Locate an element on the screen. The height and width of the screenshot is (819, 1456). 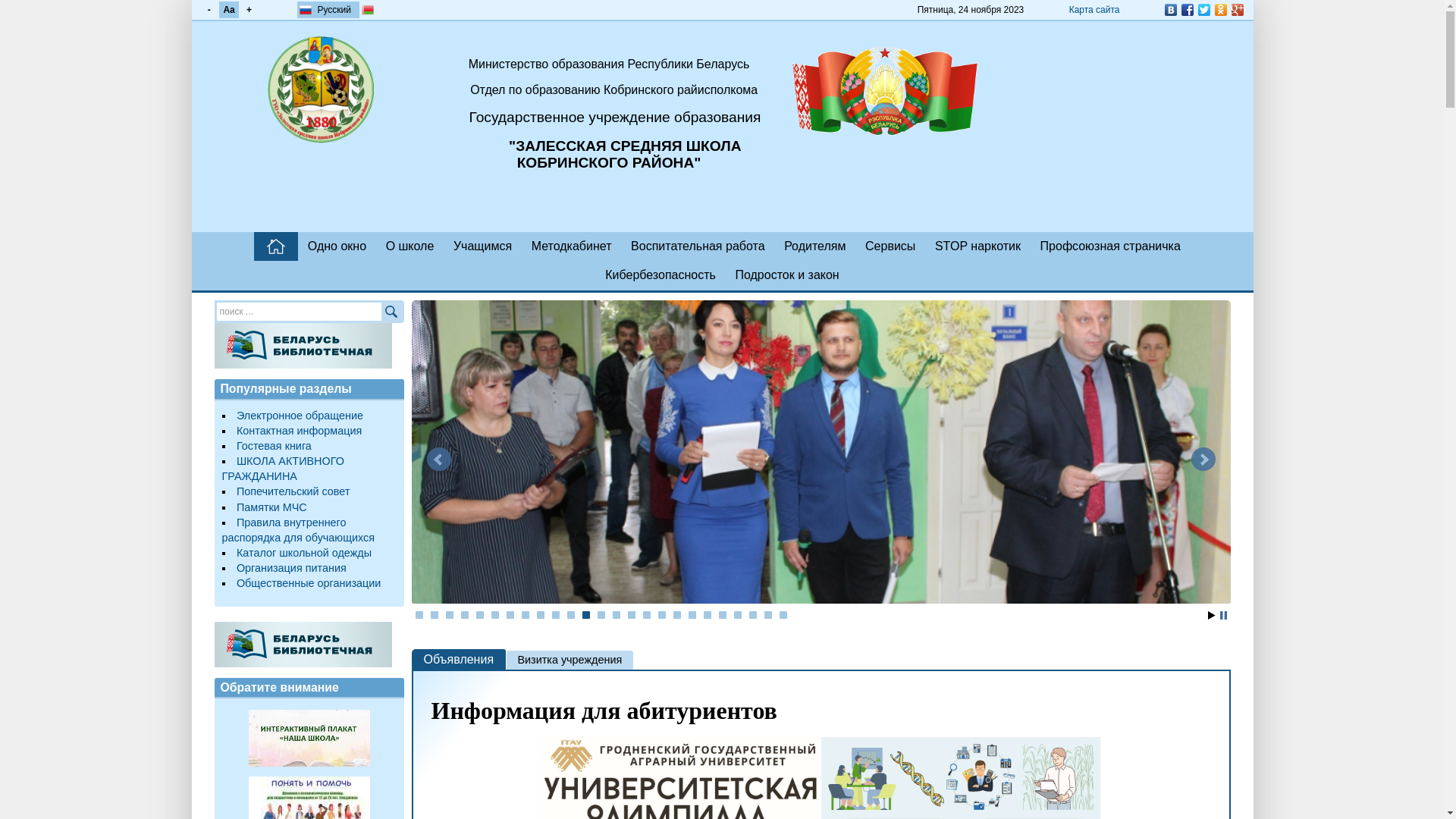
'11' is located at coordinates (570, 614).